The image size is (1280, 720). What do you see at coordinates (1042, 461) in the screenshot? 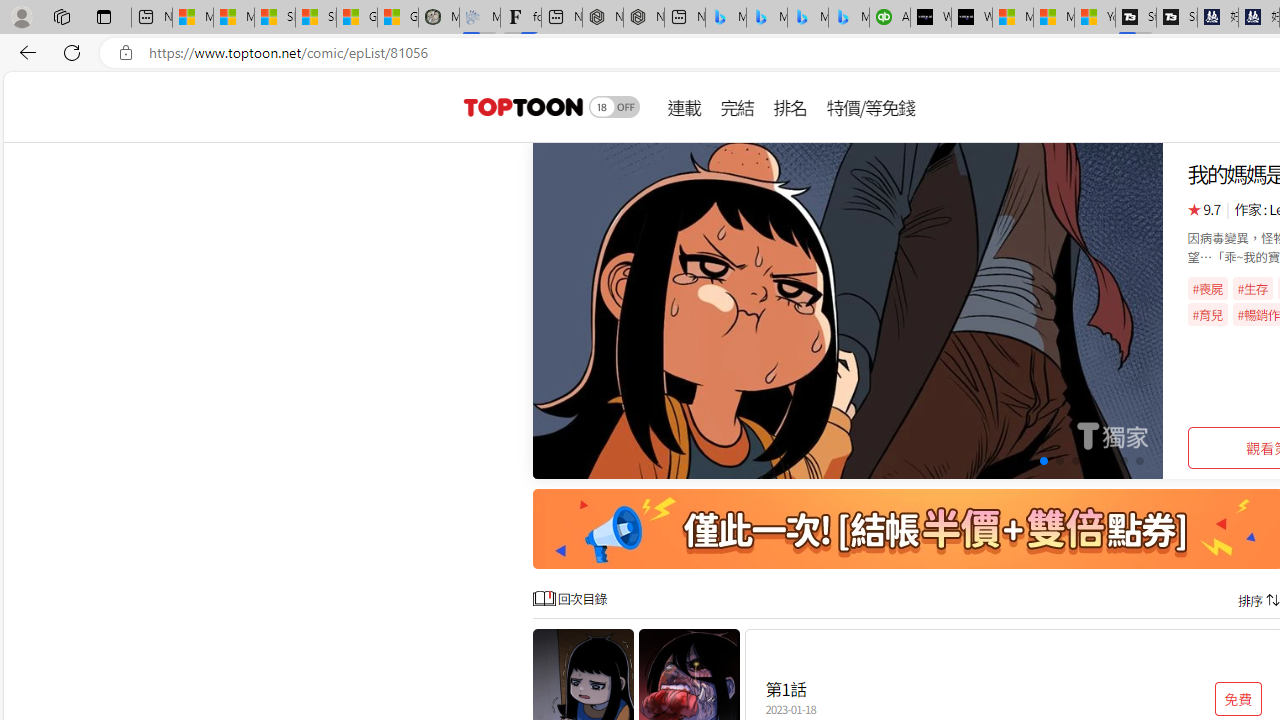
I see `'Go to slide 4'` at bounding box center [1042, 461].